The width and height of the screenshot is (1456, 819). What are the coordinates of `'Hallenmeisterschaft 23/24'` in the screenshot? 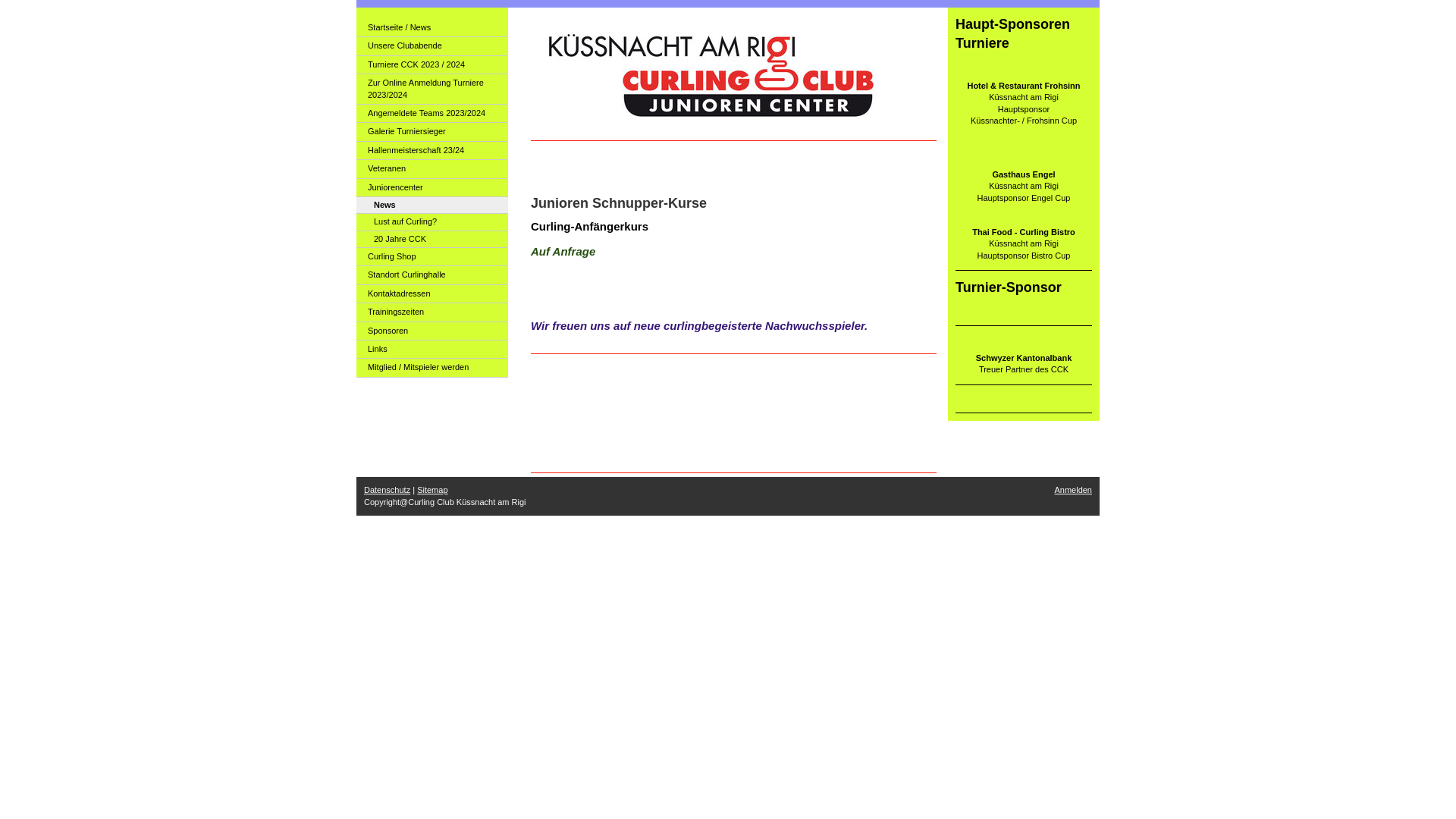 It's located at (356, 151).